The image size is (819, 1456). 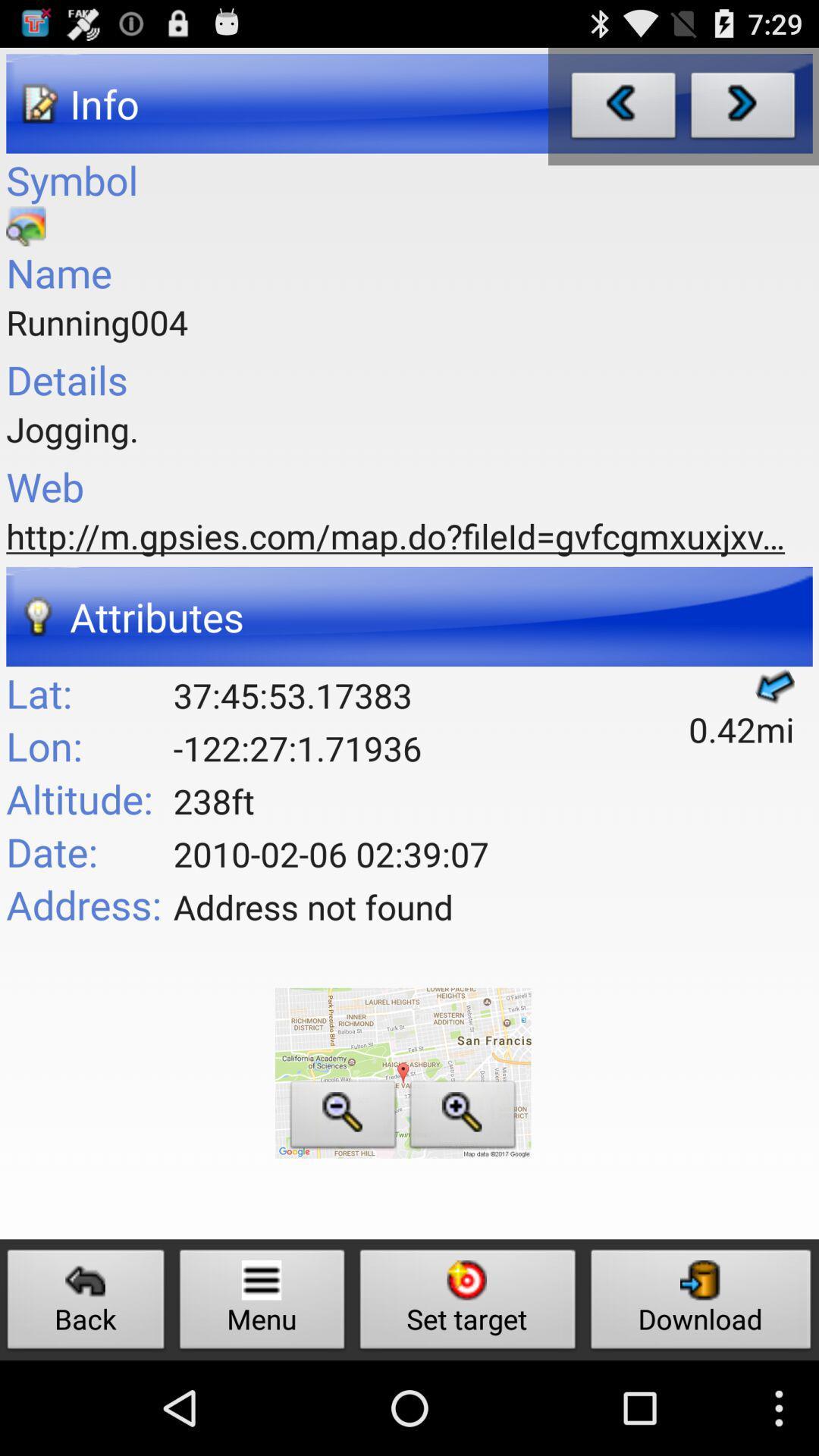 What do you see at coordinates (343, 1119) in the screenshot?
I see `zoom out map` at bounding box center [343, 1119].